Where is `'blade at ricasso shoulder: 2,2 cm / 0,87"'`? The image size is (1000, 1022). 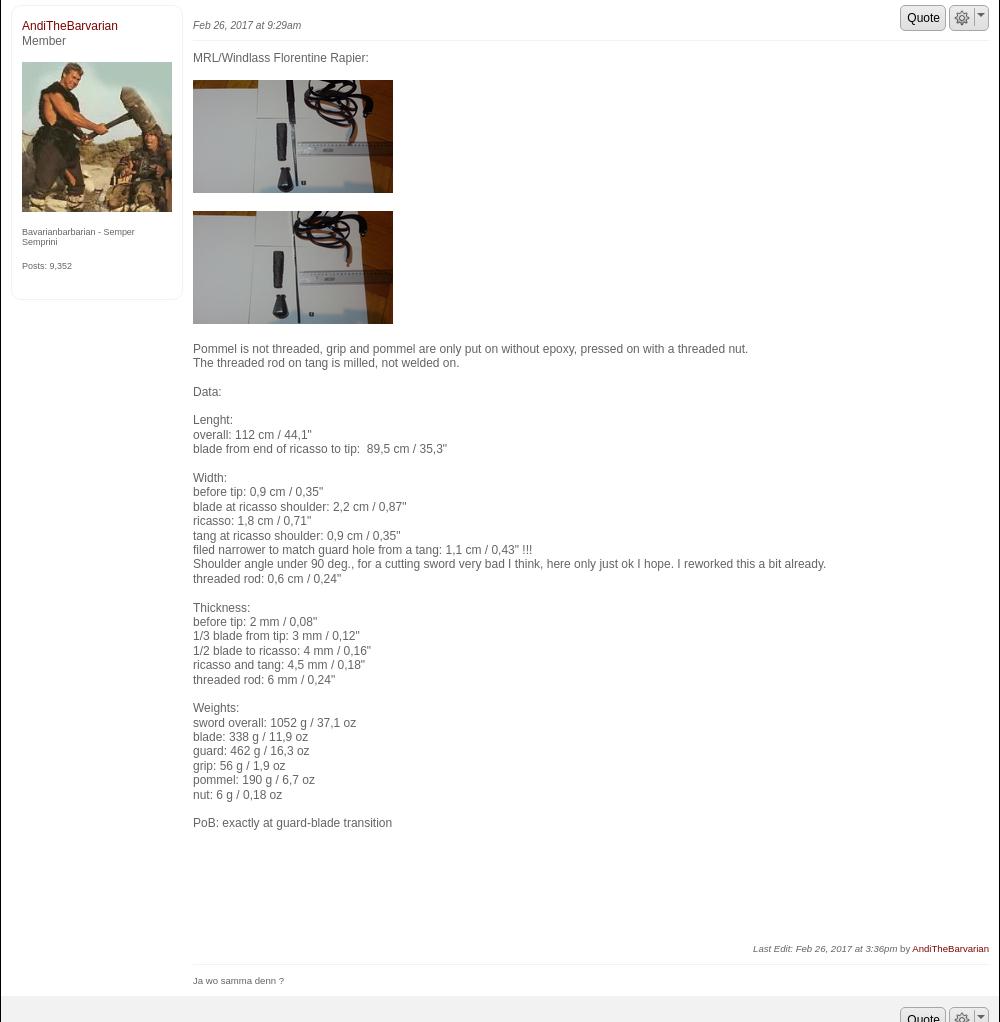 'blade at ricasso shoulder: 2,2 cm / 0,87"' is located at coordinates (299, 505).